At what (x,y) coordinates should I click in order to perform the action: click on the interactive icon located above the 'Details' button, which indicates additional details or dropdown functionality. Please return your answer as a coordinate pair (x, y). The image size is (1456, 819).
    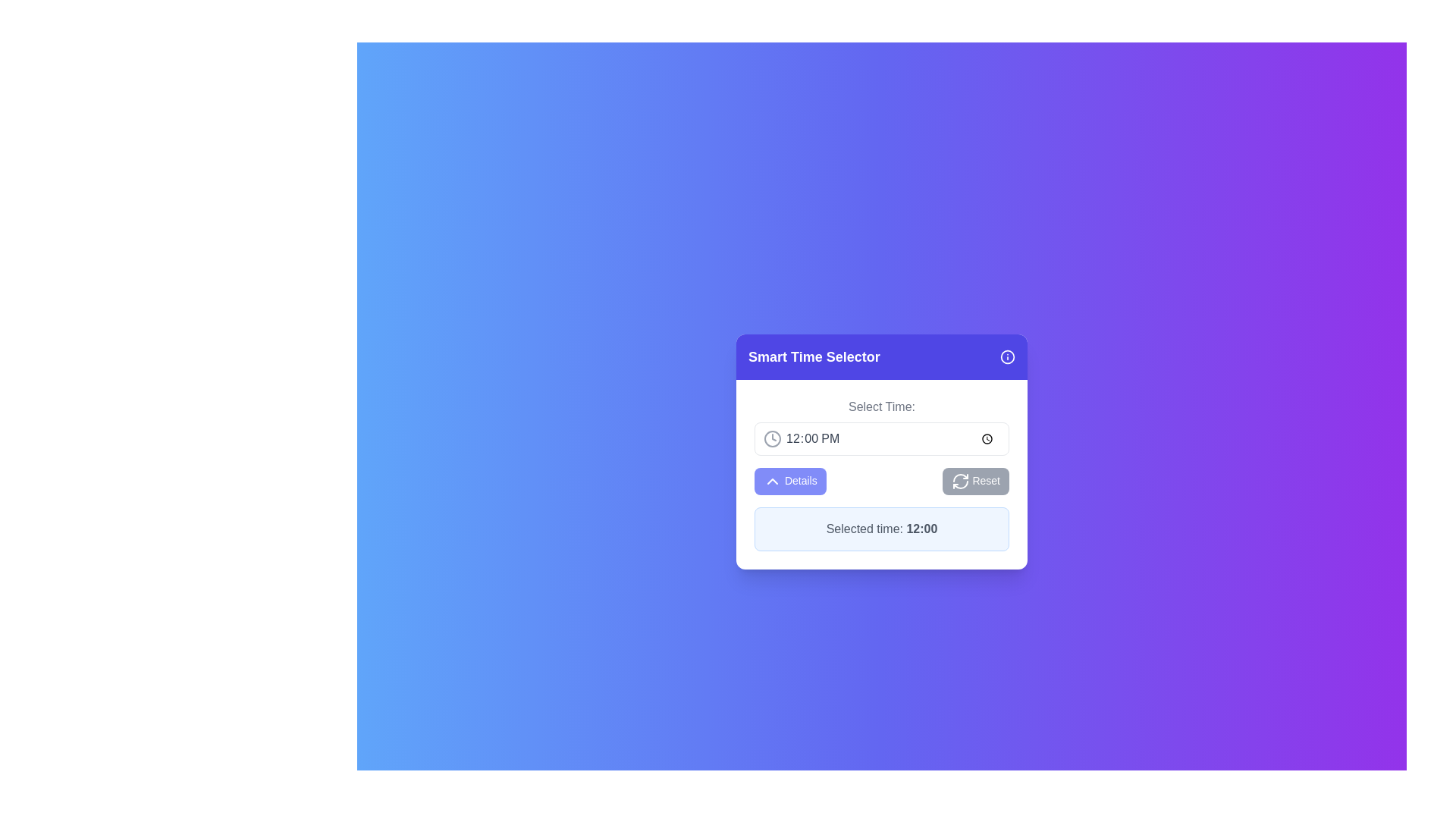
    Looking at the image, I should click on (772, 482).